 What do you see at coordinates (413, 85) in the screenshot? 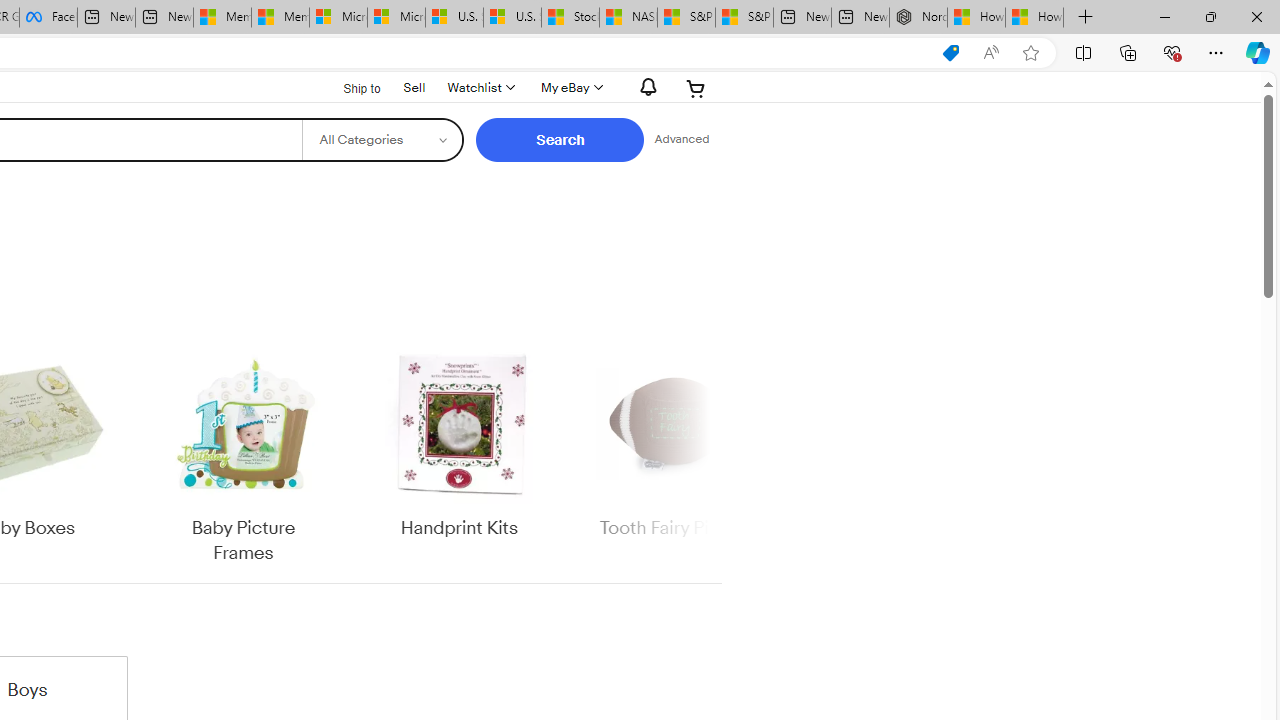
I see `'Sell'` at bounding box center [413, 85].